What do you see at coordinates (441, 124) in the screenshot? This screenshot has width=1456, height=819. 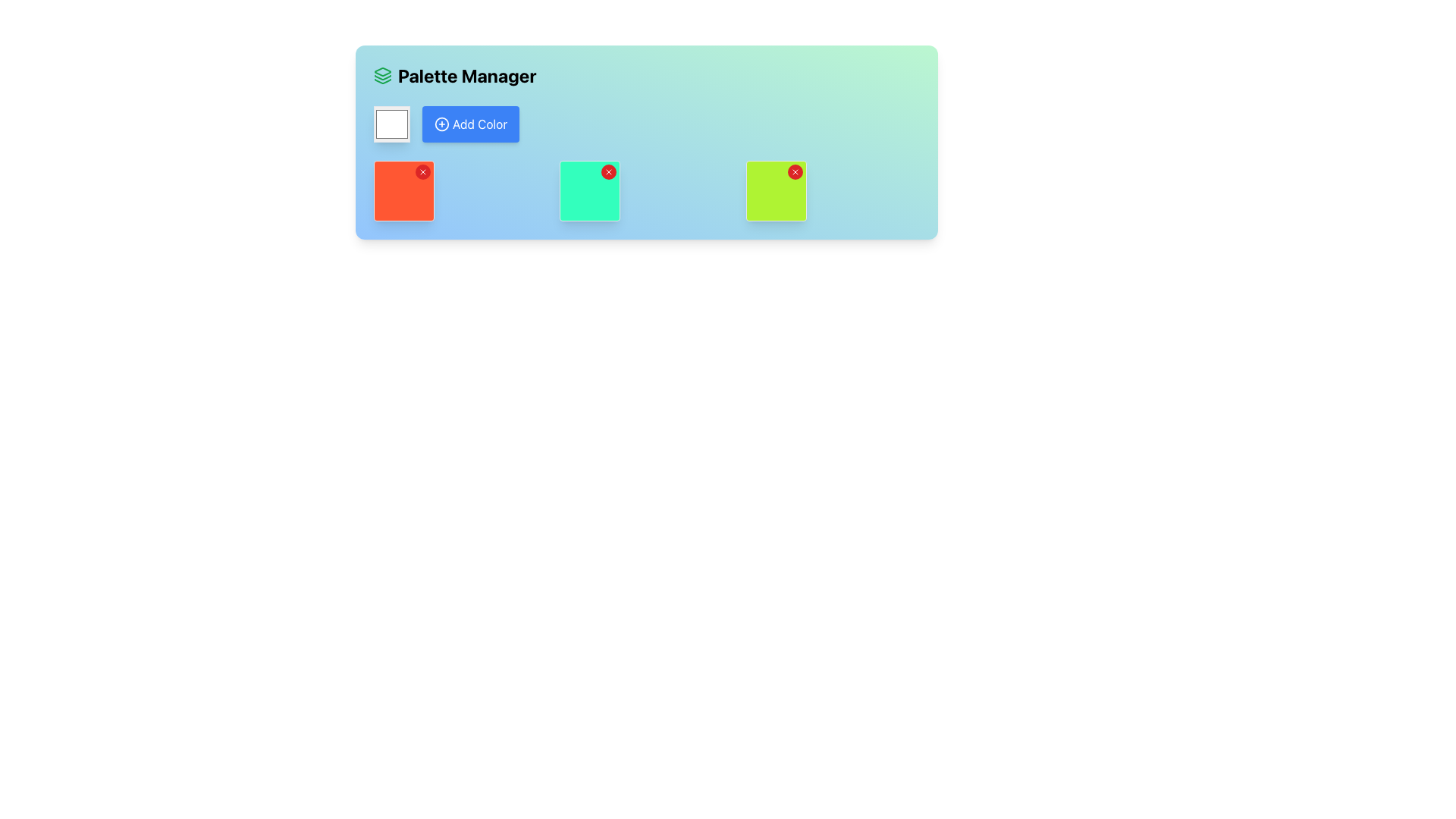 I see `the circular icon with a plus symbol in the center, which is part of the 'Add Color' button located in the upper part of the interface` at bounding box center [441, 124].